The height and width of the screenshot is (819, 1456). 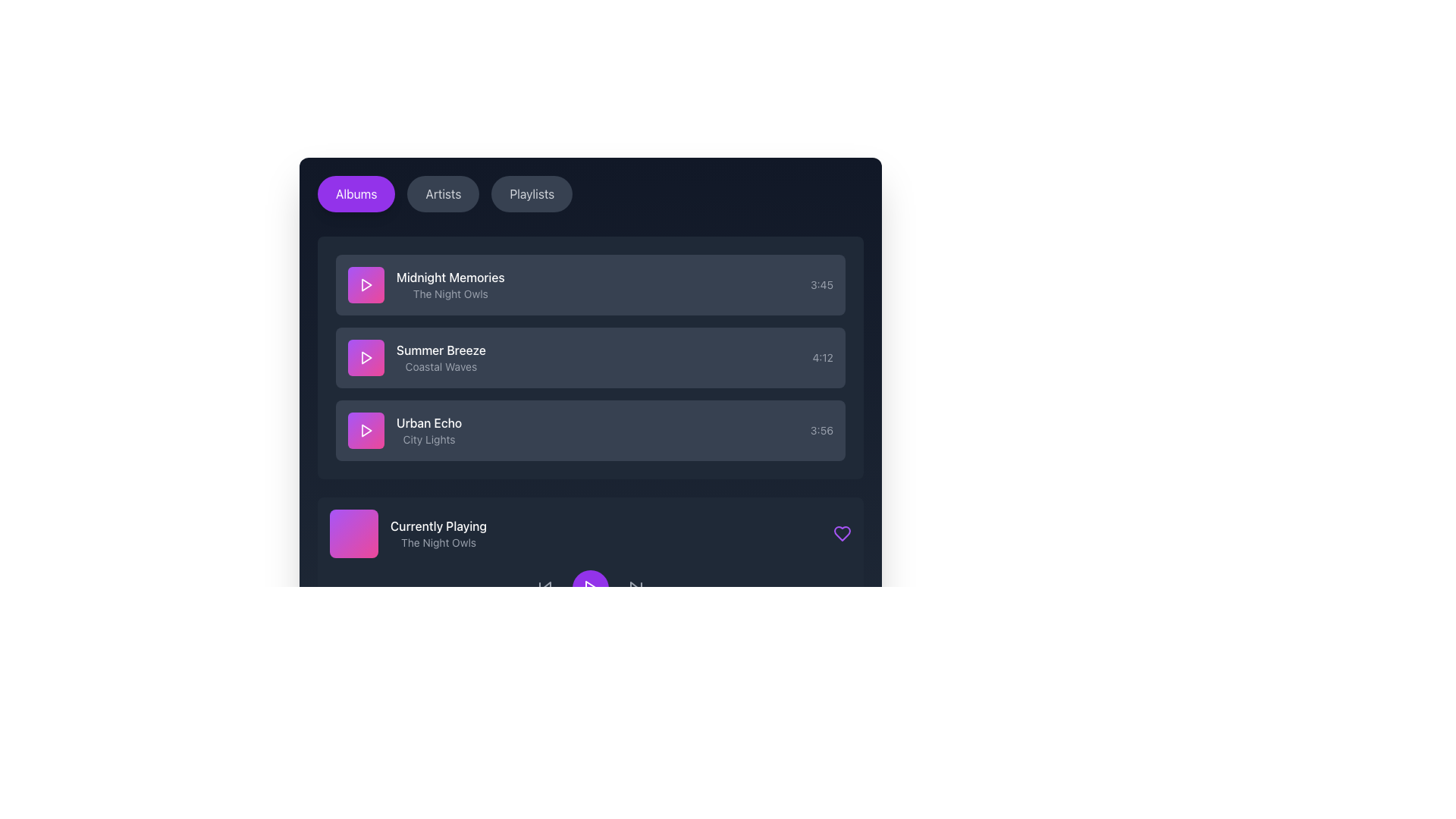 What do you see at coordinates (636, 587) in the screenshot?
I see `the media control button located at the far right of the control group to skip forward to the next track` at bounding box center [636, 587].